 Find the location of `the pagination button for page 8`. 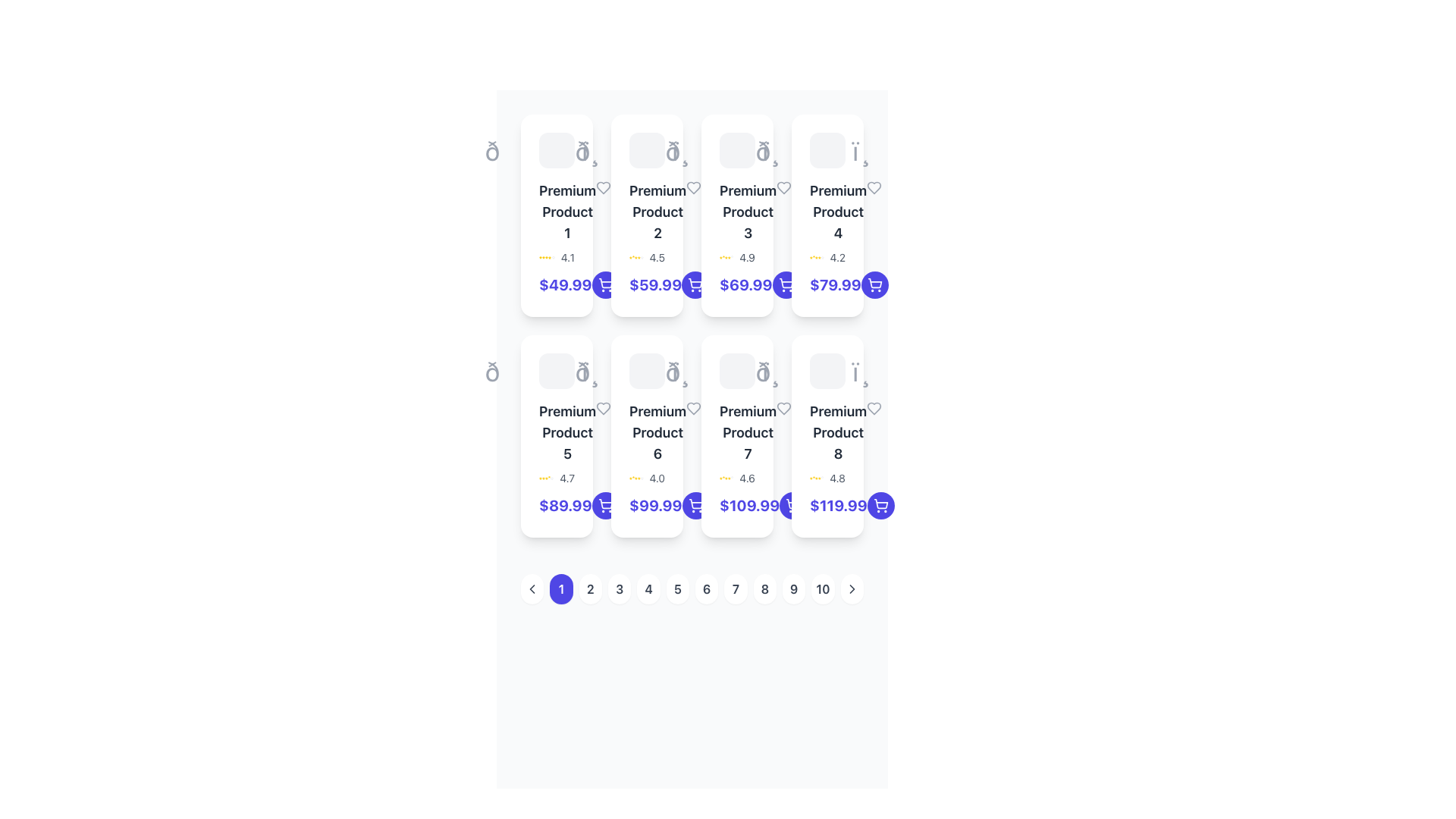

the pagination button for page 8 is located at coordinates (764, 588).